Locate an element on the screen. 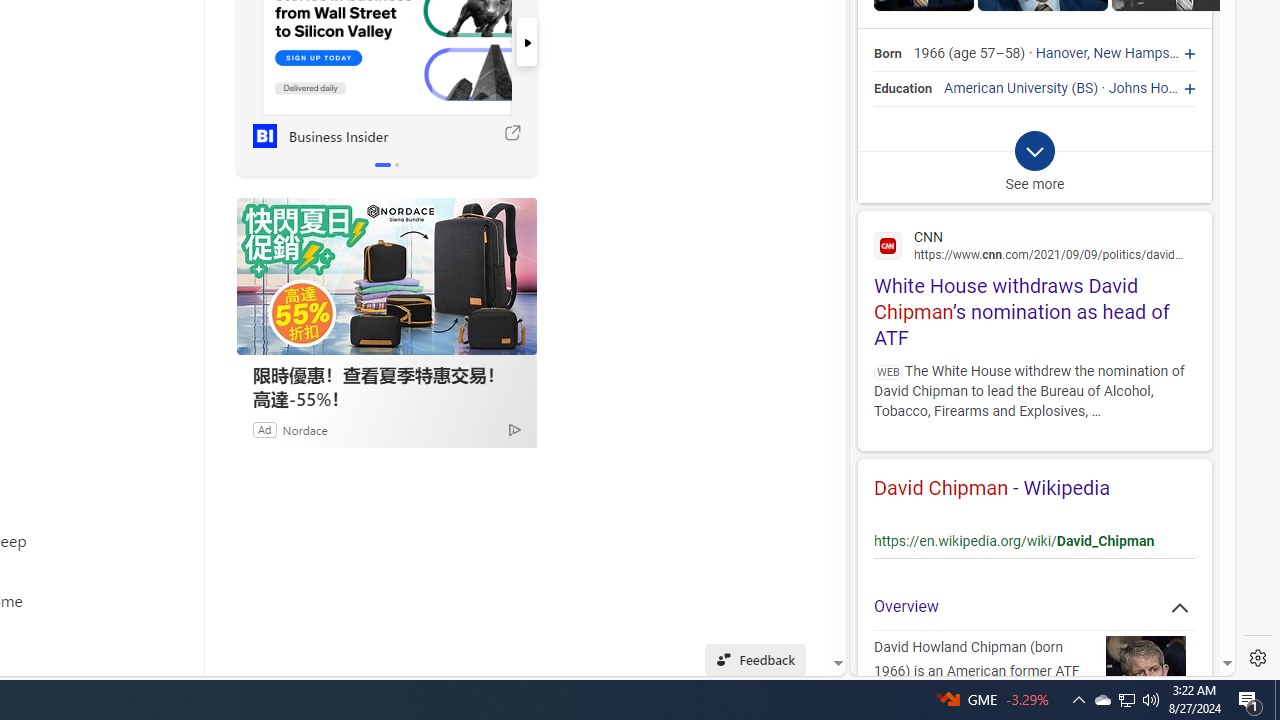  'Class: b_exp_chevron_svg b_expmob_chev' is located at coordinates (1034, 150).